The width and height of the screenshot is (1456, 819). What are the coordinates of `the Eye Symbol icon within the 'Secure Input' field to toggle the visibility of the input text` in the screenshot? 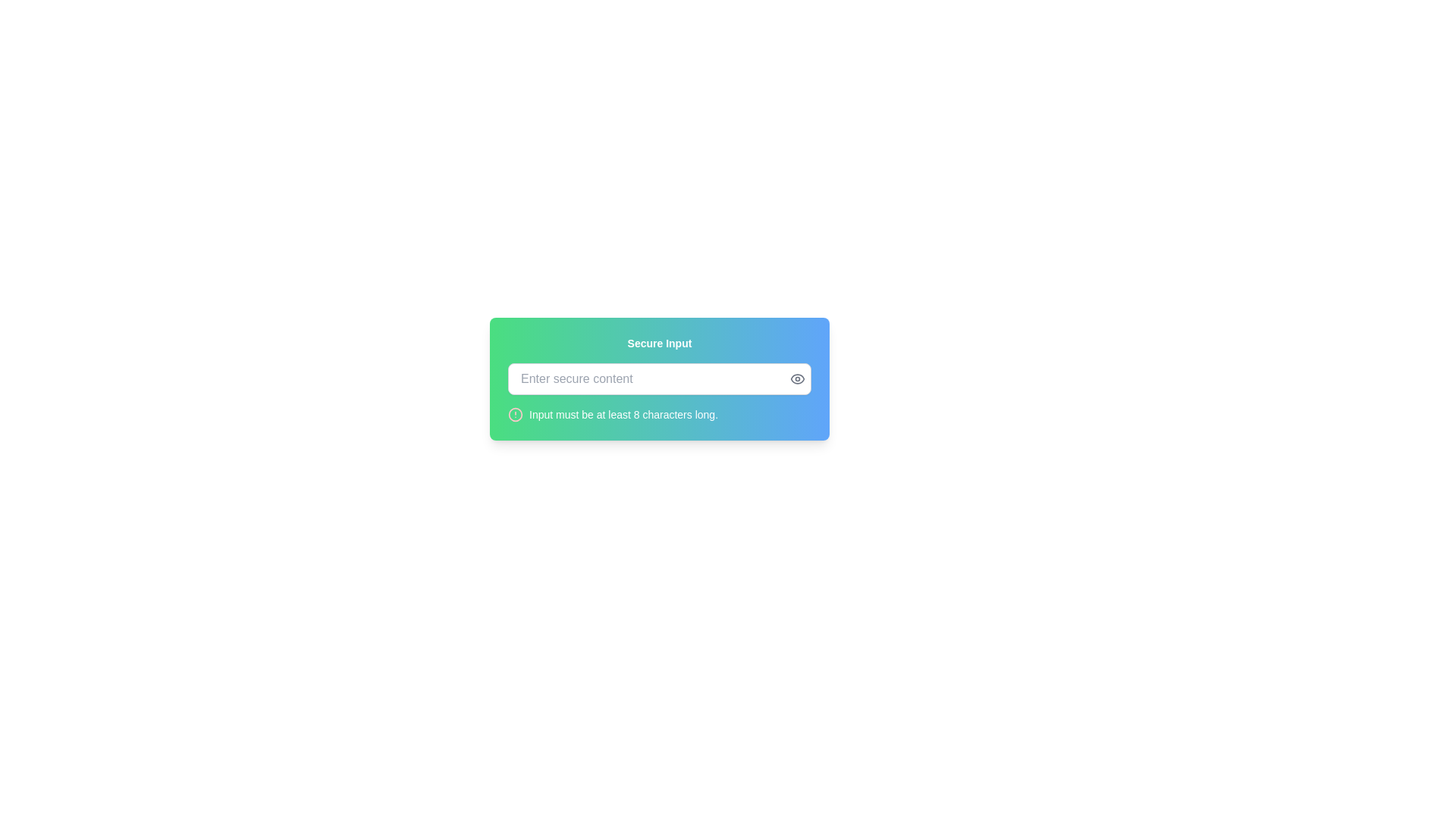 It's located at (796, 378).